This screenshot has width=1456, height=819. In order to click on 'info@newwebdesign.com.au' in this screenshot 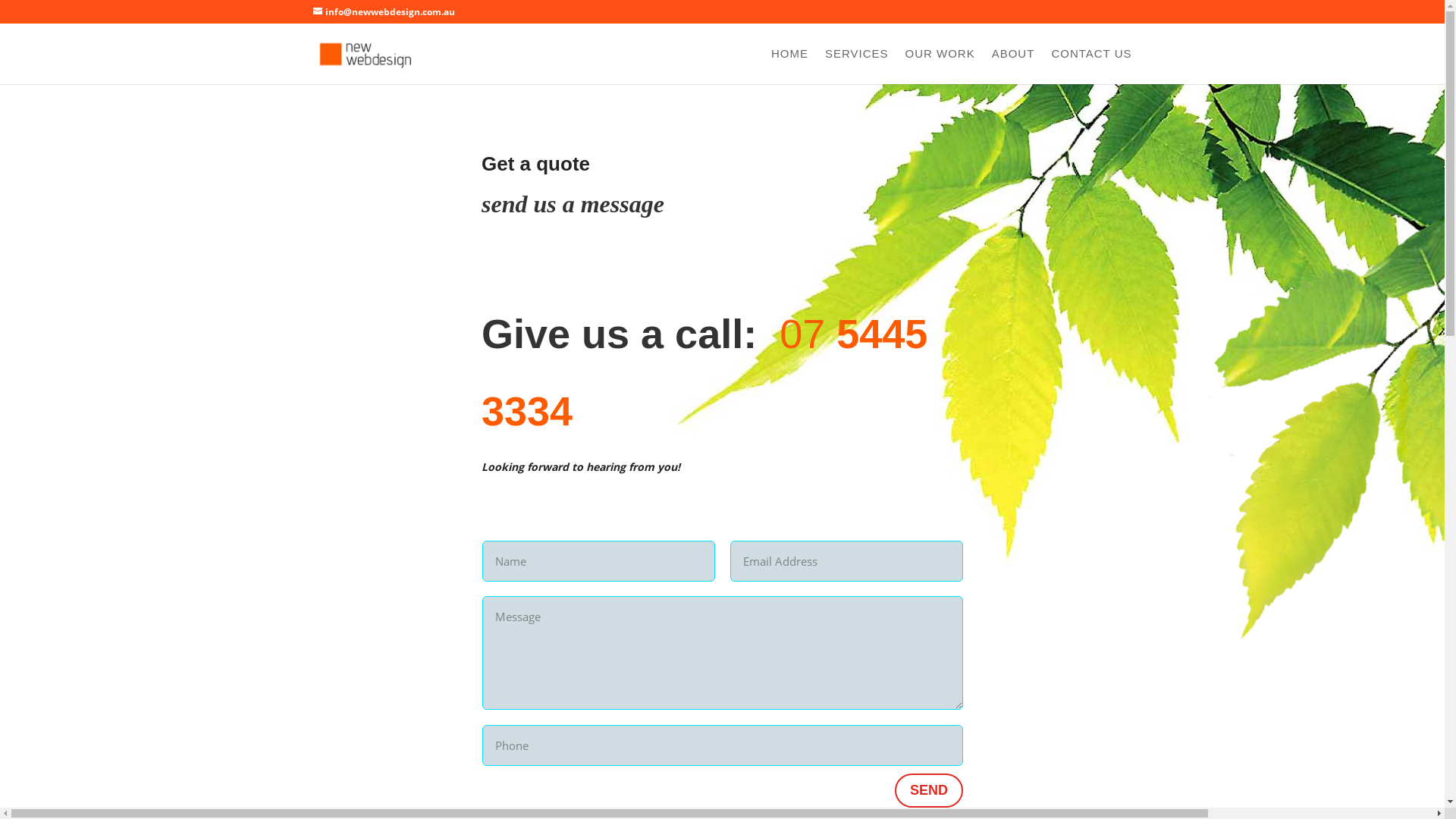, I will do `click(383, 11)`.